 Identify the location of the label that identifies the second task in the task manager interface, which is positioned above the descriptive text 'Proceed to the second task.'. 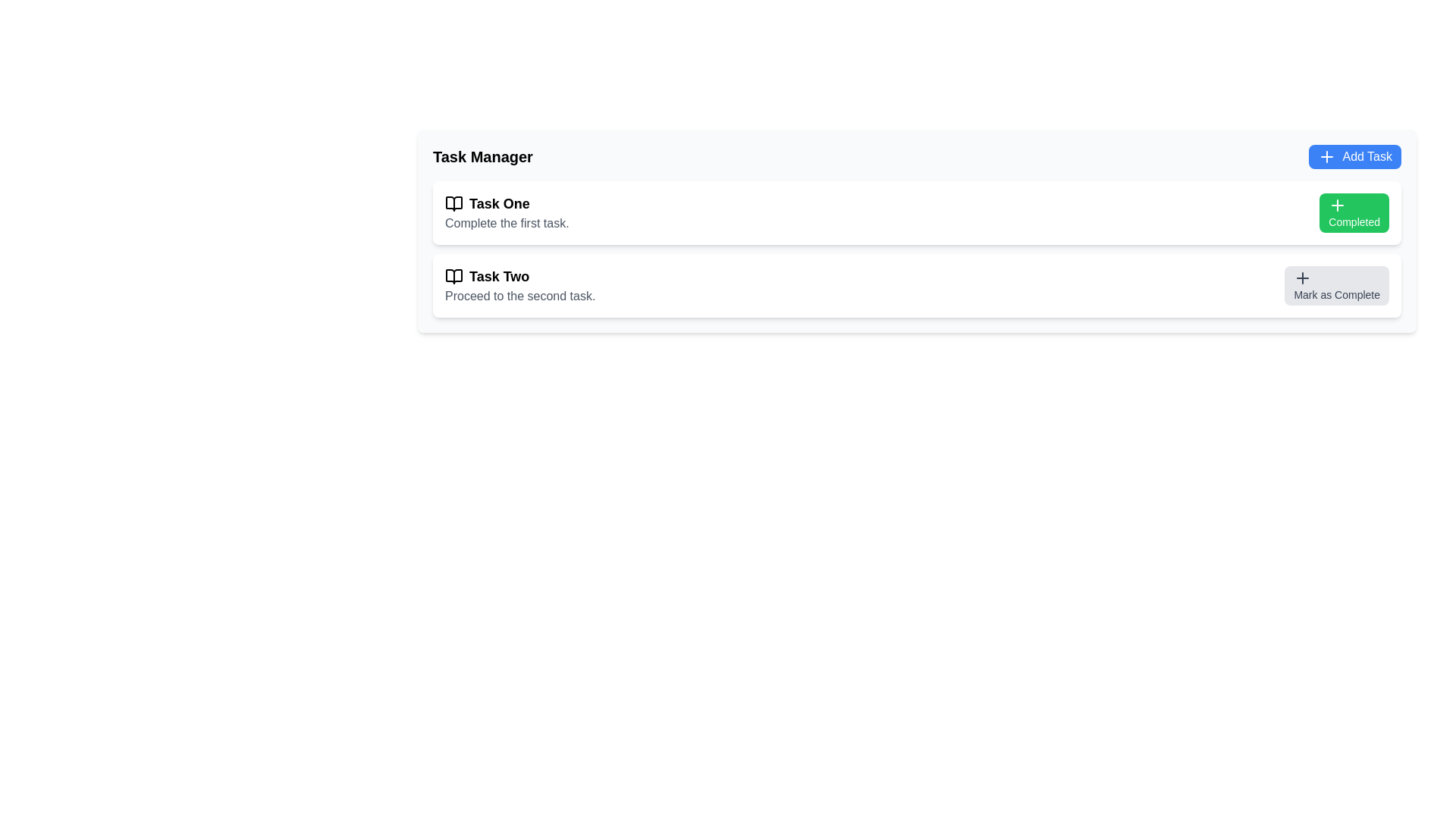
(520, 277).